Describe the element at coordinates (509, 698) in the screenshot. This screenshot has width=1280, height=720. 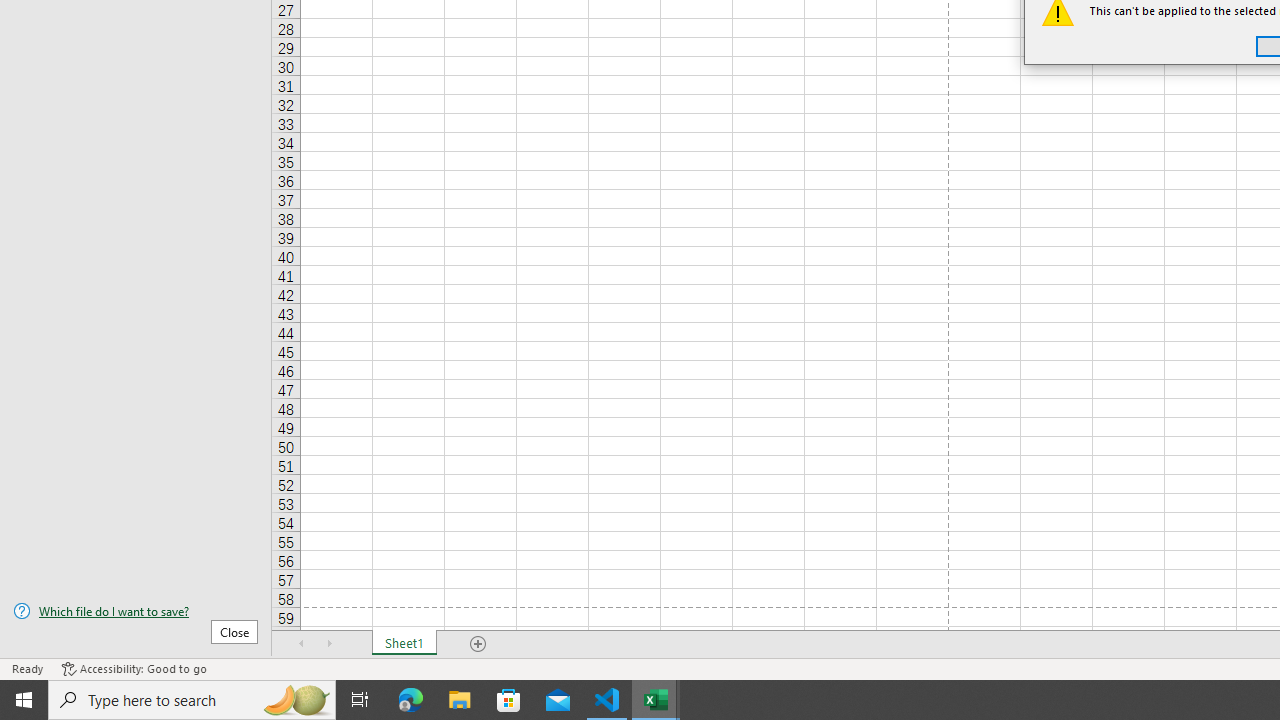
I see `'Microsoft Store'` at that location.